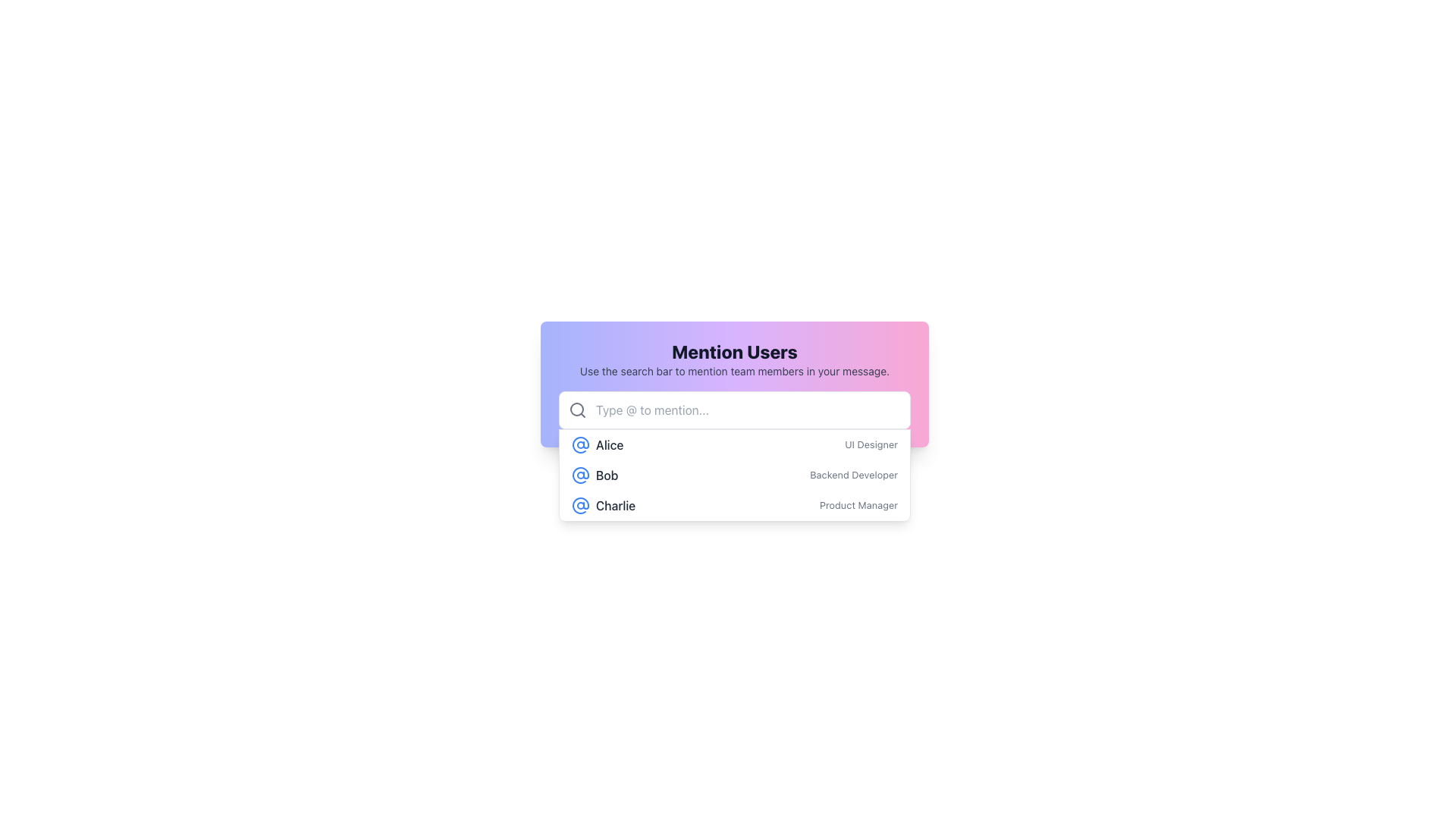 This screenshot has width=1456, height=819. What do you see at coordinates (603, 506) in the screenshot?
I see `the text label representing 'Charlie' in the user list interface, which is located next to the blue @ icon and above the text 'Product Manager'` at bounding box center [603, 506].